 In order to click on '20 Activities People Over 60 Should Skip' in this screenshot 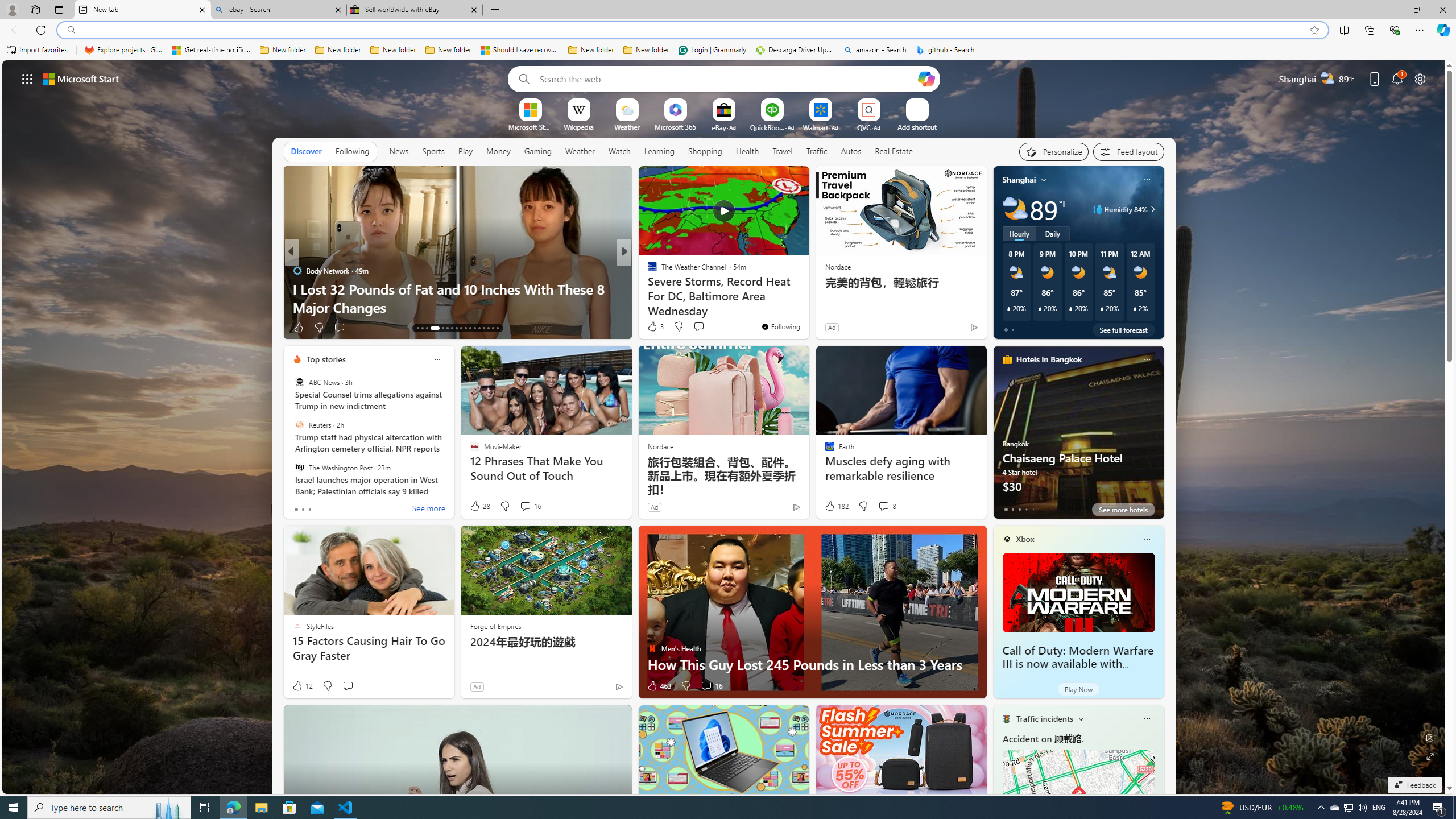, I will do `click(806, 307)`.